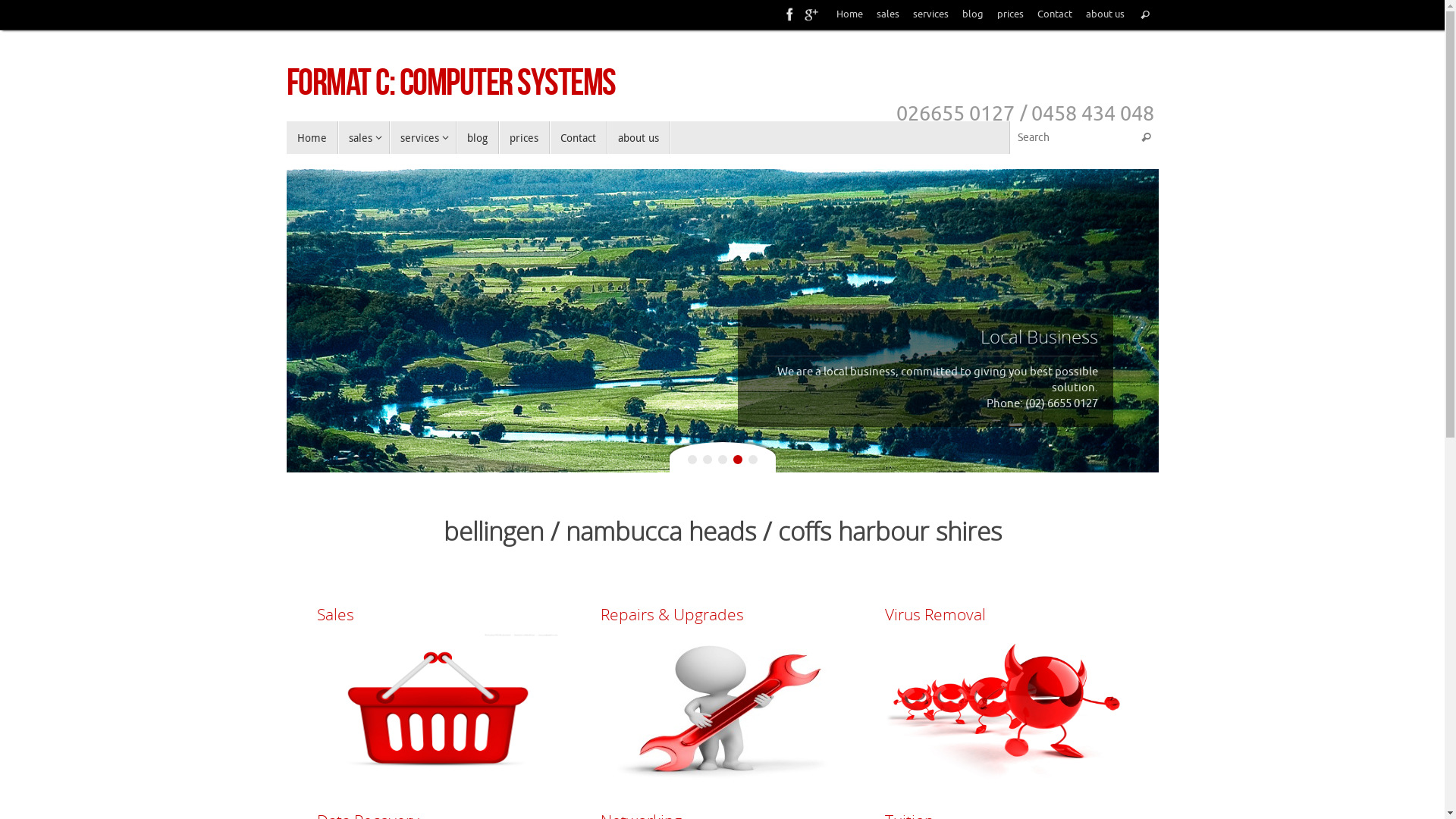 The height and width of the screenshot is (819, 1456). I want to click on 'services', so click(930, 14).